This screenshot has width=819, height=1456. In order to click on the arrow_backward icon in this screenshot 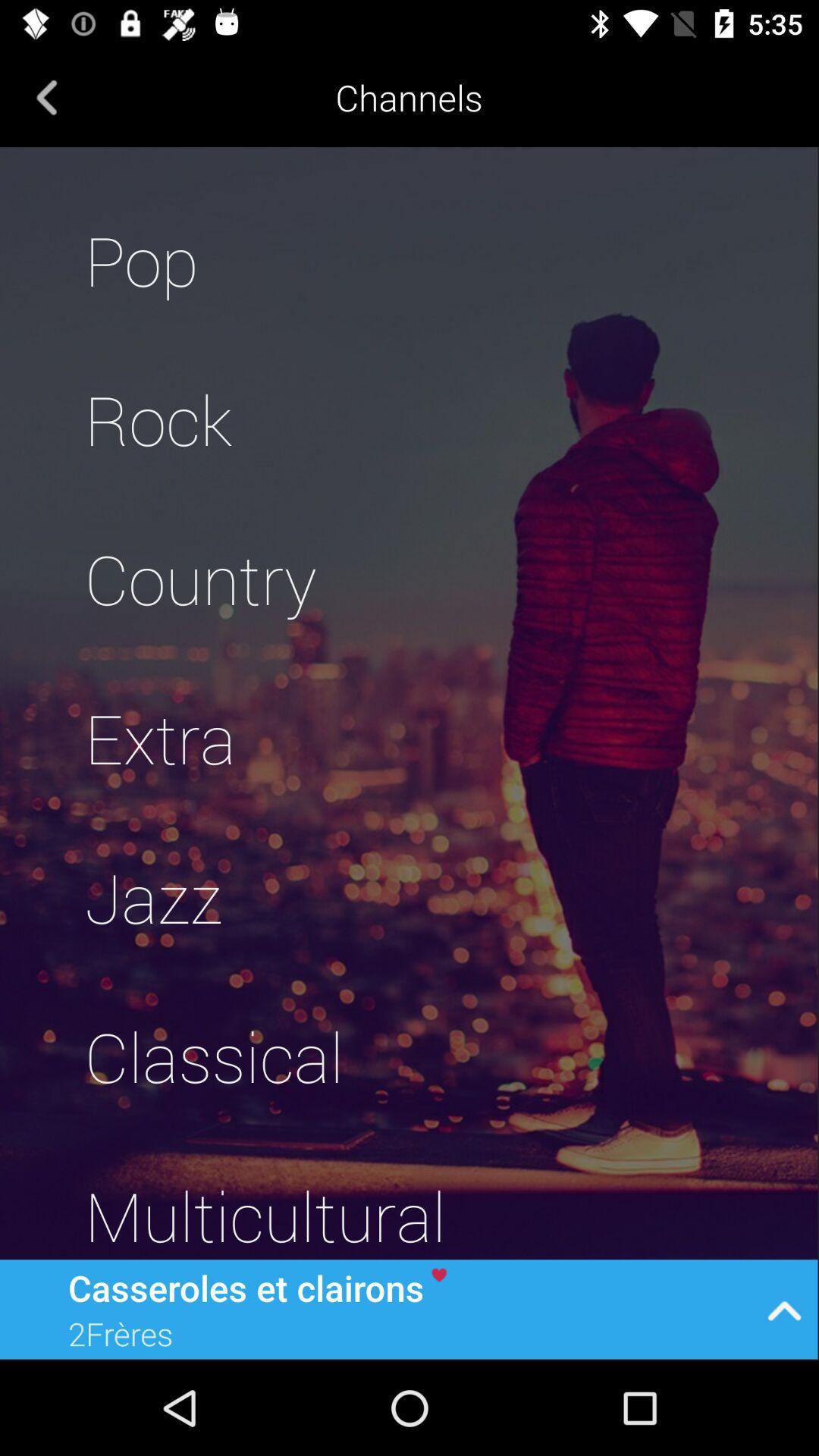, I will do `click(46, 96)`.